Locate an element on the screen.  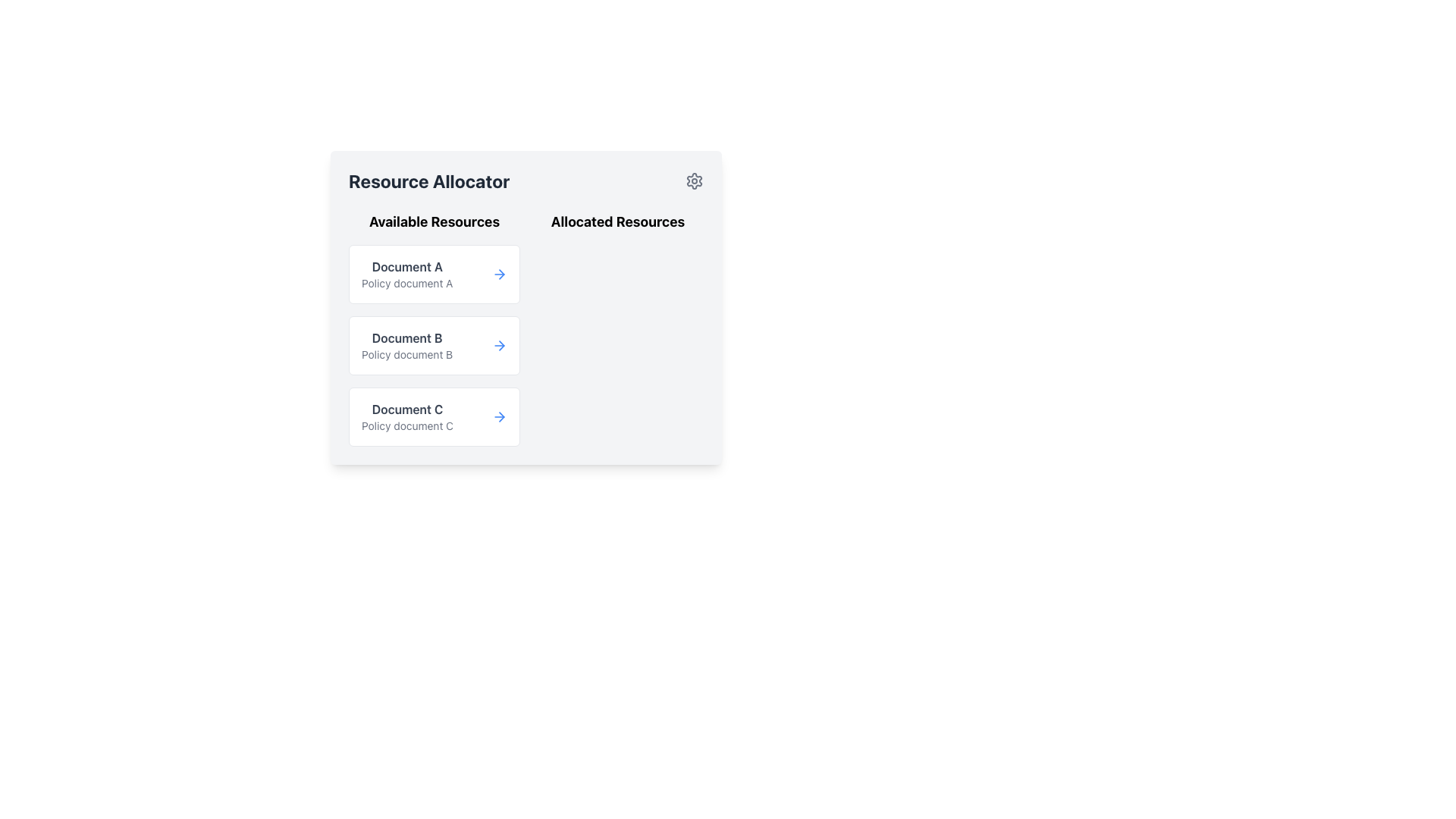
the 'Allocated Resources' text label which is bold, large-sized, and styled prominently on a light gray background, located in the top-right corner of the 'Resource Allocator' panel is located at coordinates (618, 222).